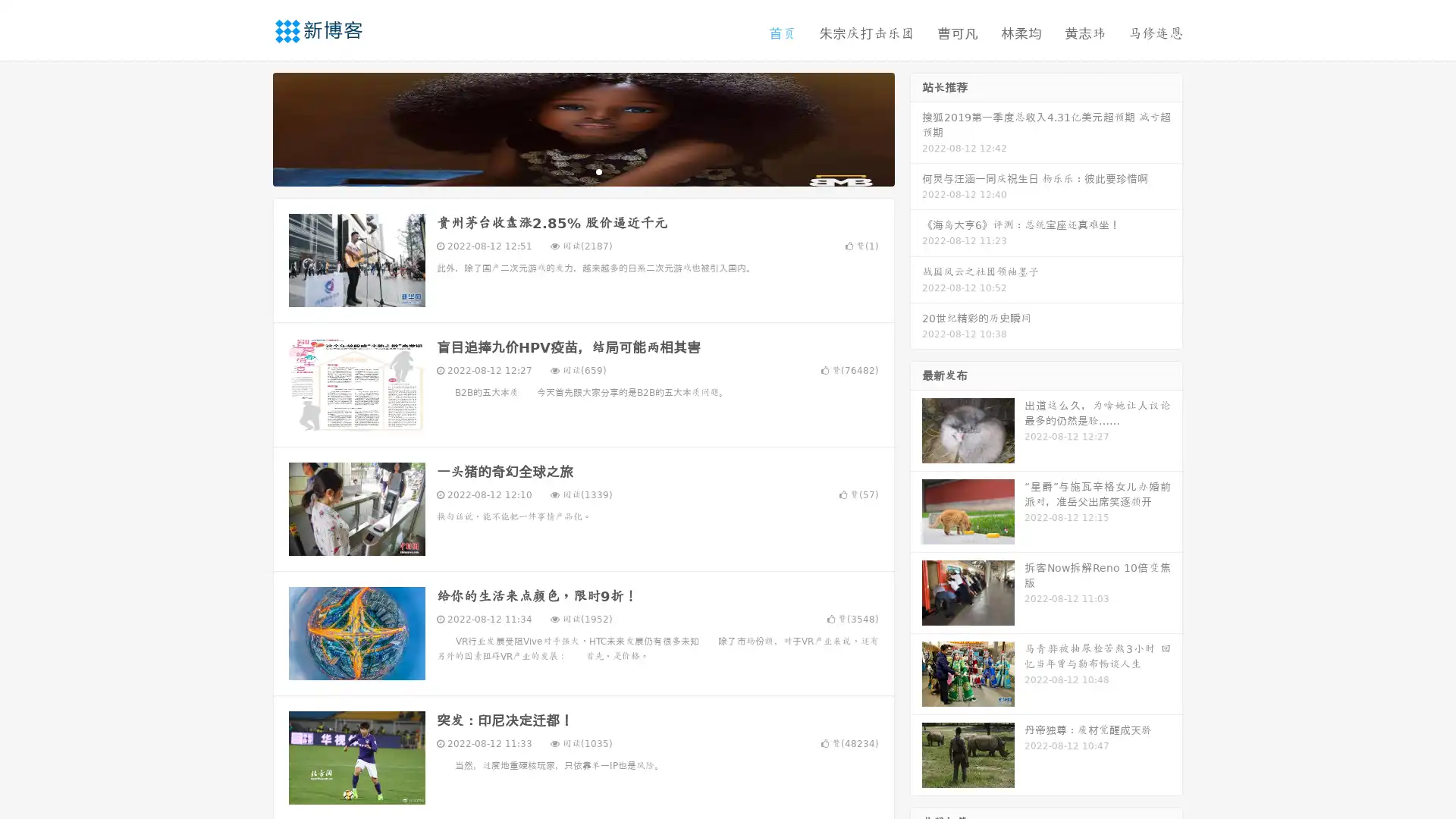 This screenshot has height=819, width=1456. I want to click on Go to slide 3, so click(598, 171).